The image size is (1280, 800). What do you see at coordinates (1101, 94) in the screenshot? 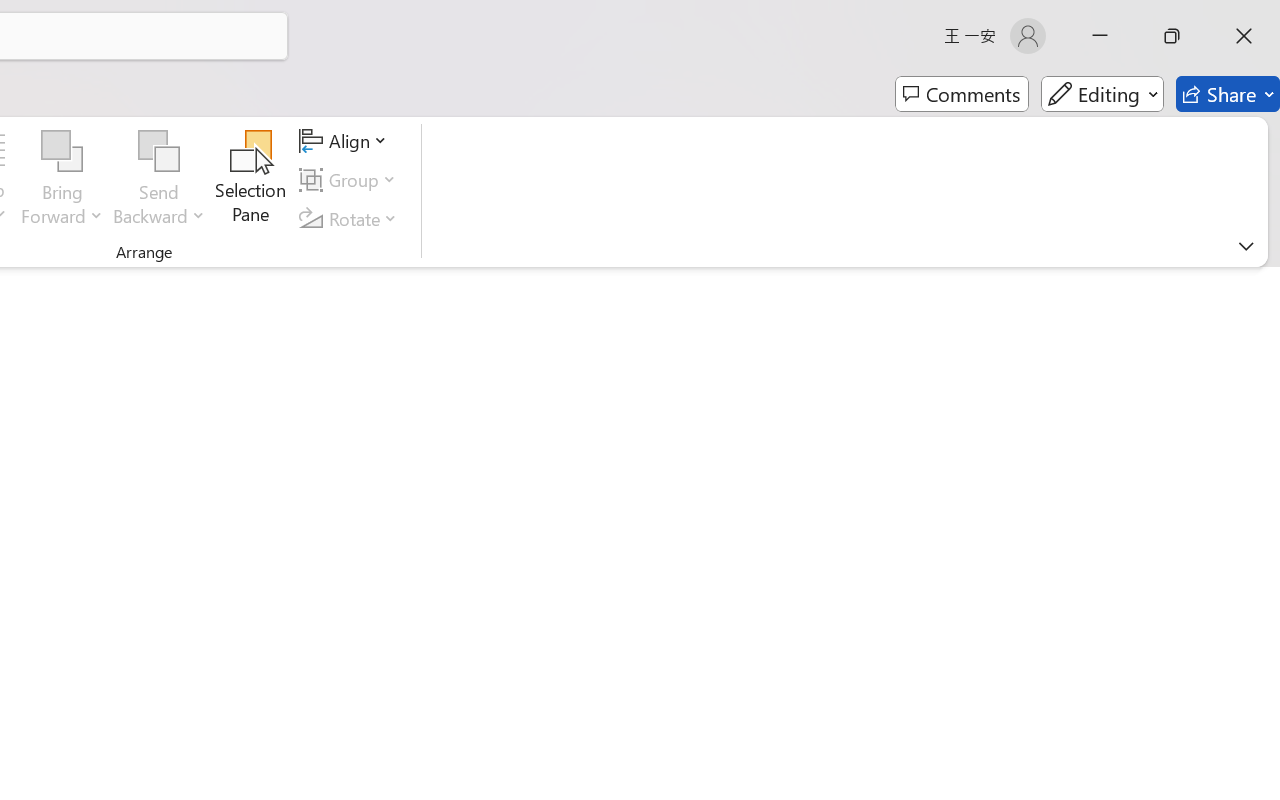
I see `'Editing'` at bounding box center [1101, 94].